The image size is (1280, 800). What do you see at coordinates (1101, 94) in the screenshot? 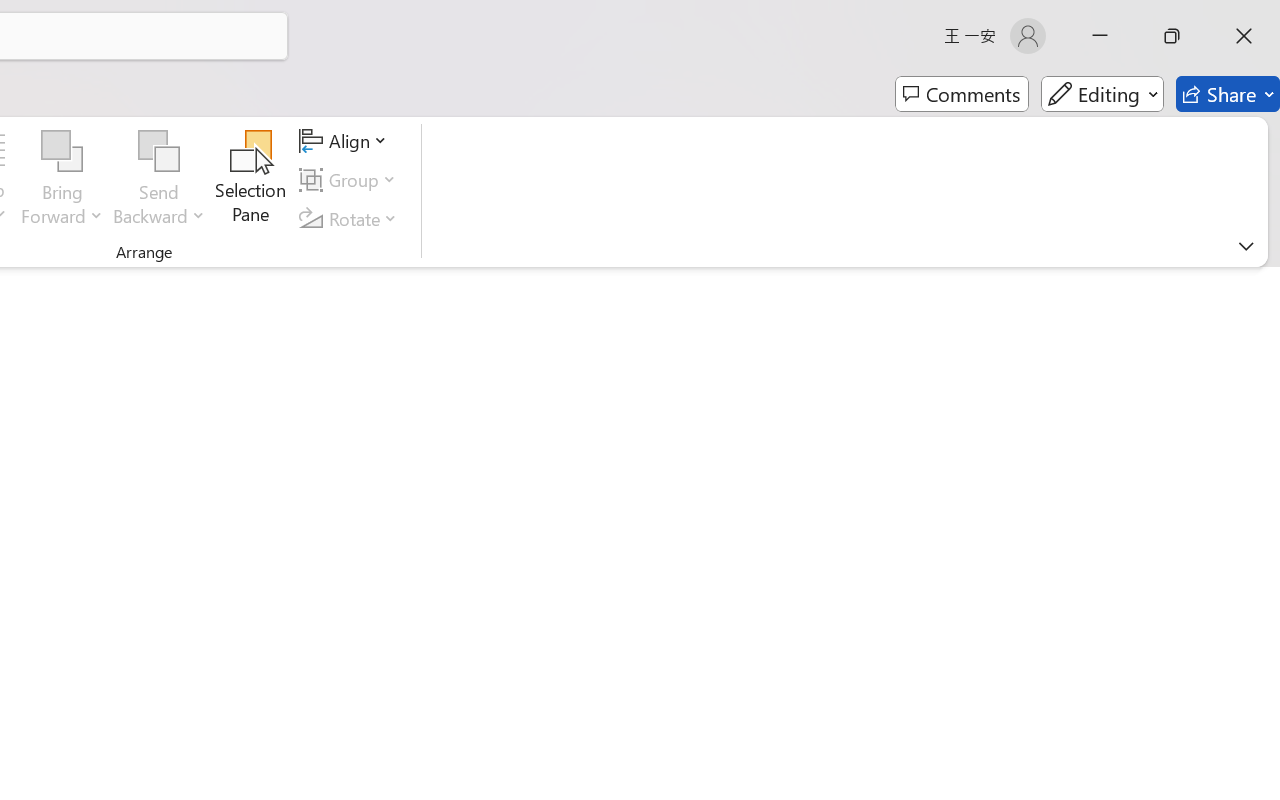
I see `'Editing'` at bounding box center [1101, 94].